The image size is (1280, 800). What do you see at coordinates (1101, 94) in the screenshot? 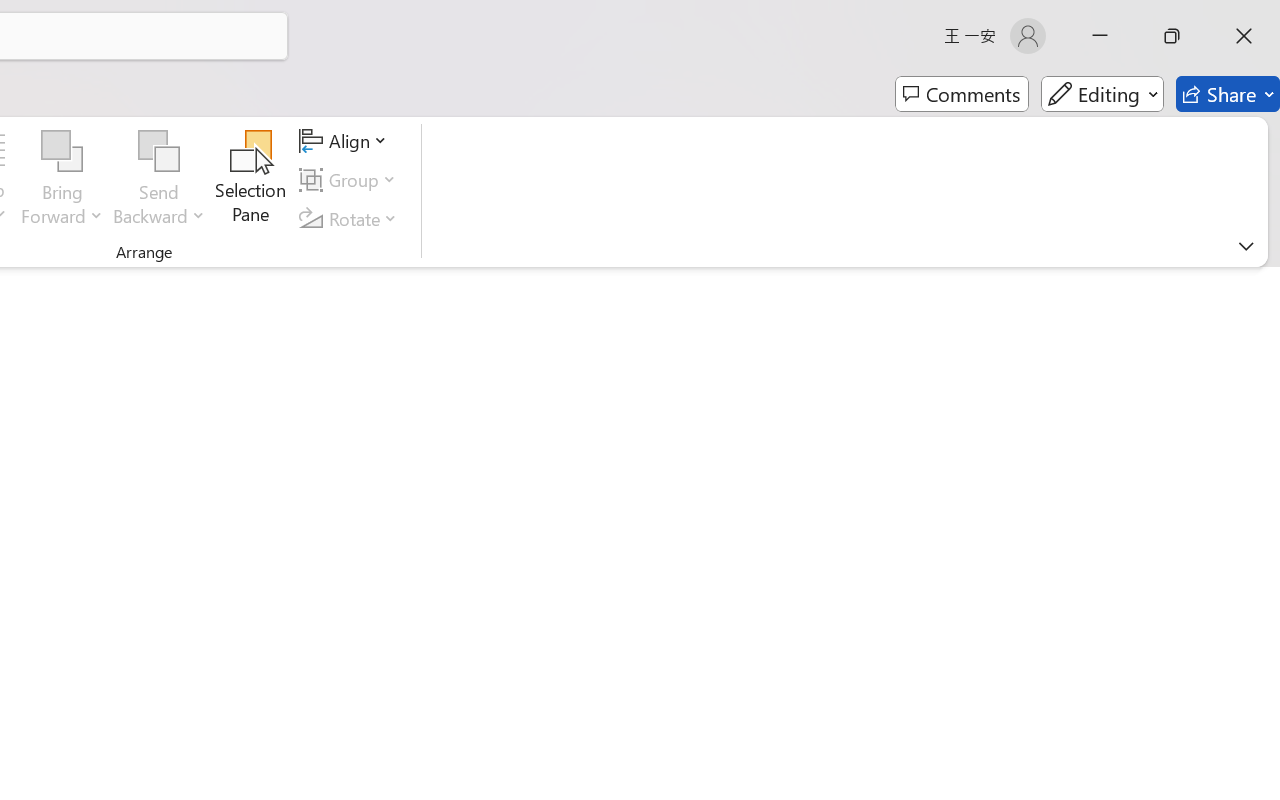
I see `'Editing'` at bounding box center [1101, 94].